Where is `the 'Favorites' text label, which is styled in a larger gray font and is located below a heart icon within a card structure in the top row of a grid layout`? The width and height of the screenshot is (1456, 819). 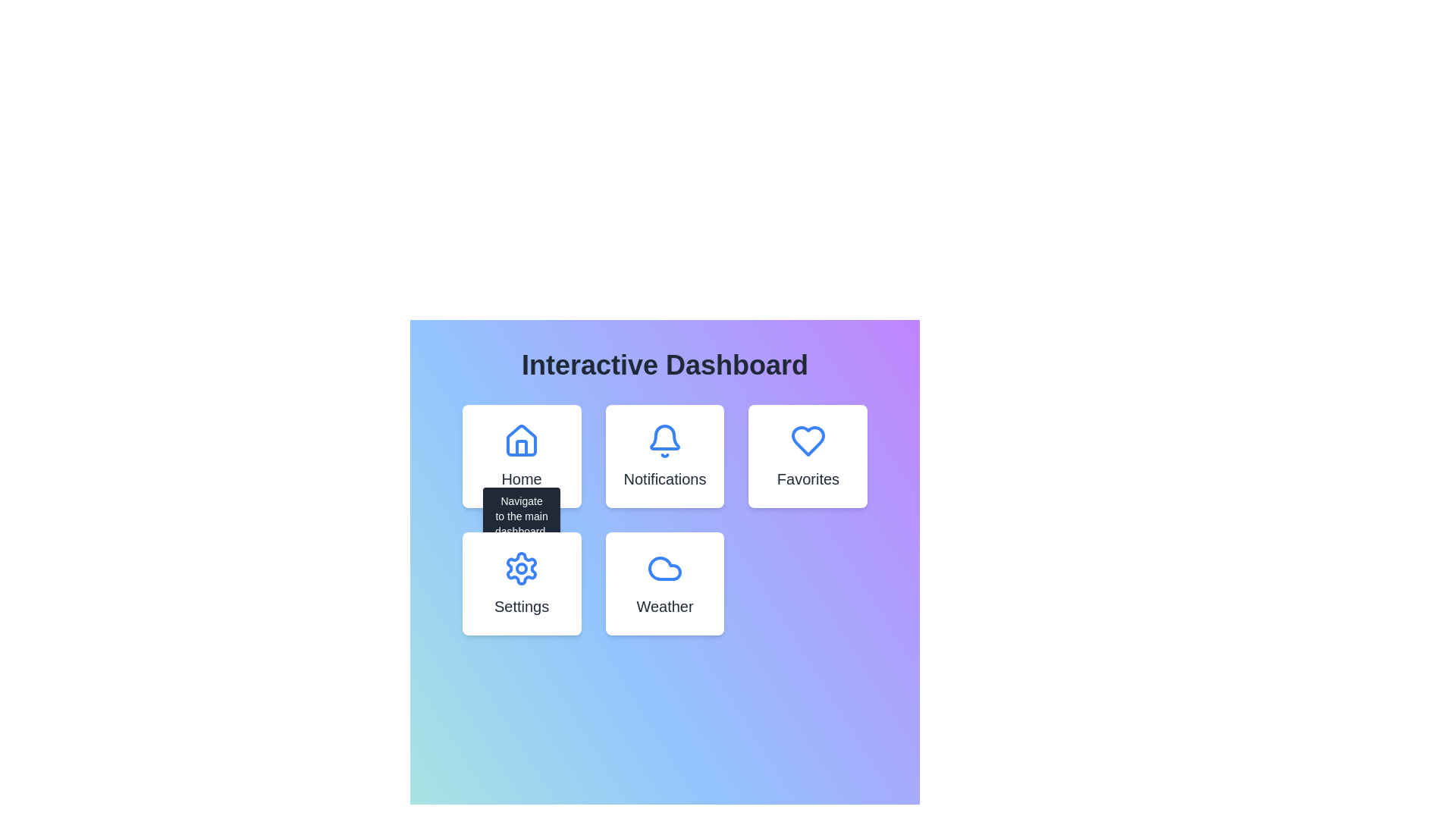
the 'Favorites' text label, which is styled in a larger gray font and is located below a heart icon within a card structure in the top row of a grid layout is located at coordinates (807, 479).